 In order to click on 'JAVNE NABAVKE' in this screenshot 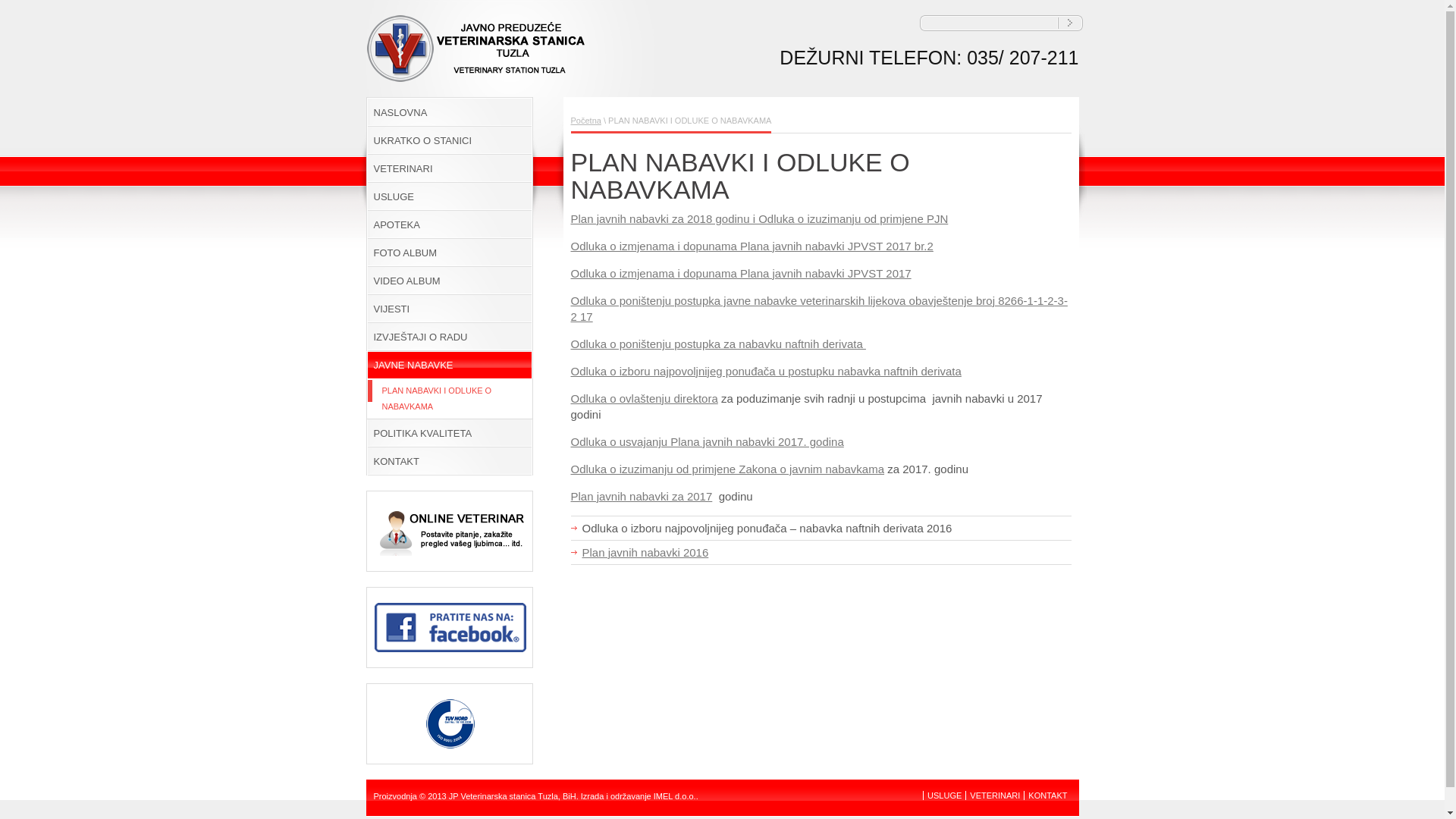, I will do `click(447, 365)`.